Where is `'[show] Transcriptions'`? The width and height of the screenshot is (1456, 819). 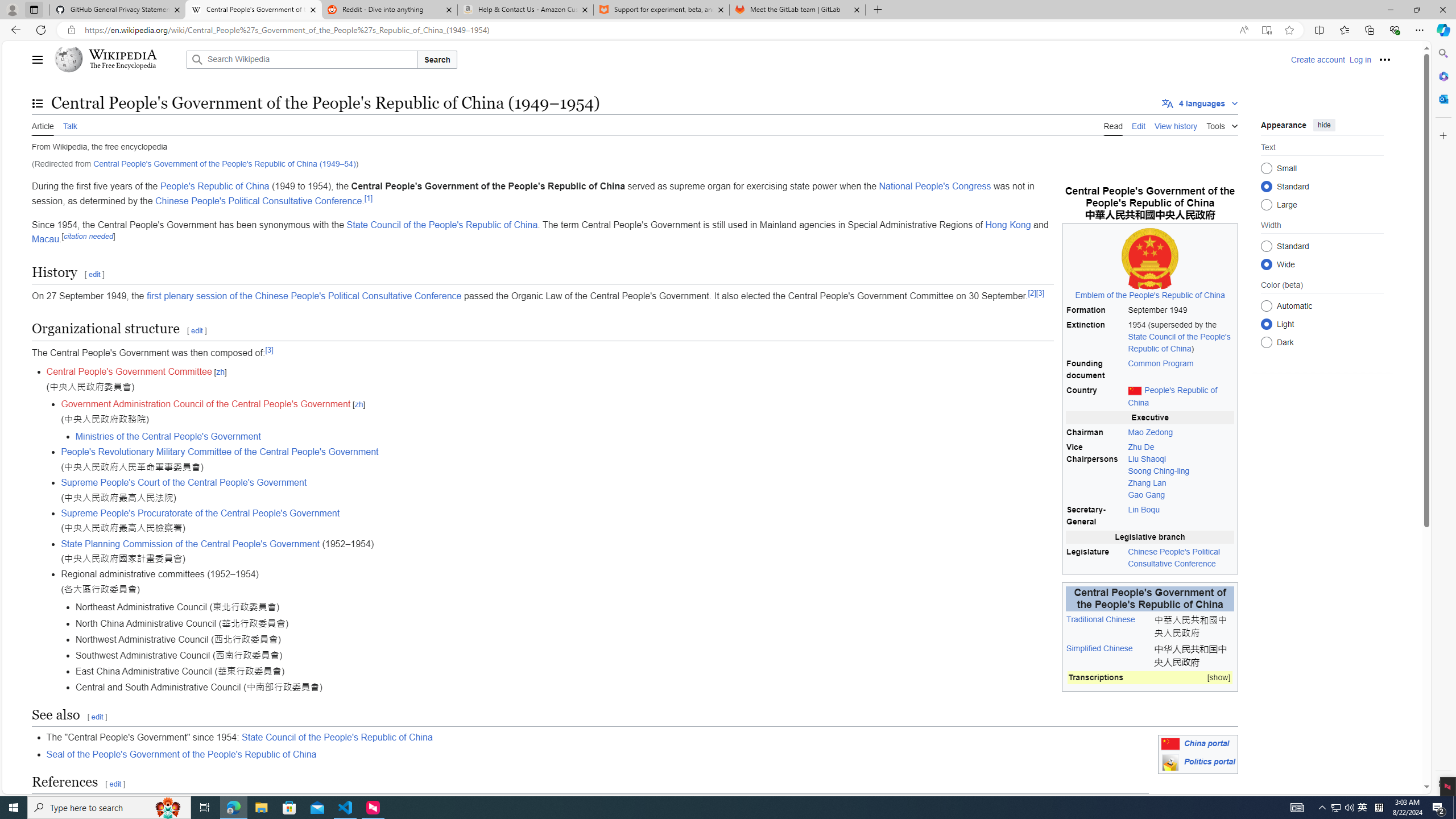 '[show] Transcriptions' is located at coordinates (1149, 677).